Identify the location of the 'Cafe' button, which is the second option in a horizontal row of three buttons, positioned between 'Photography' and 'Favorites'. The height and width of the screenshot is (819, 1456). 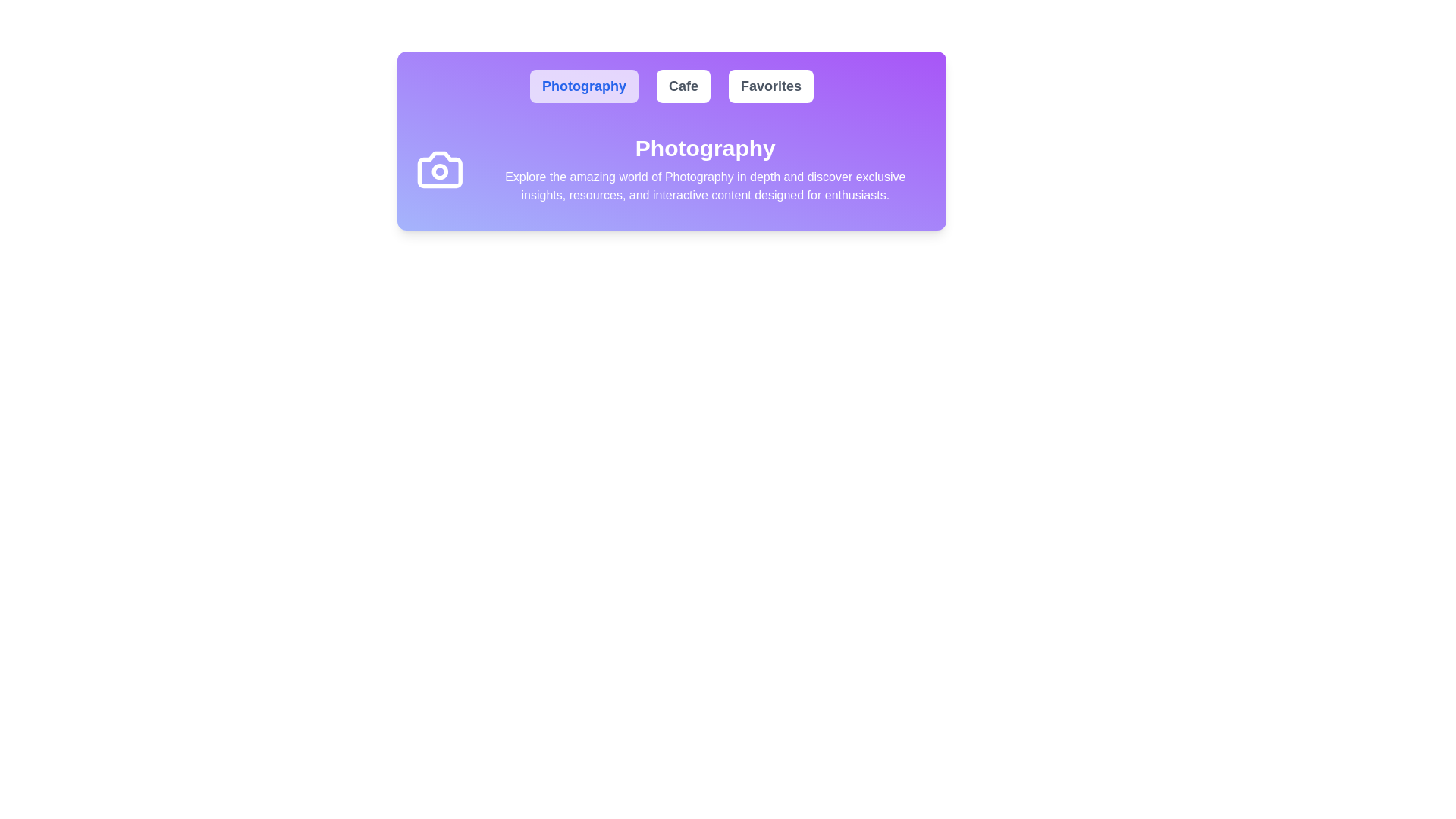
(682, 86).